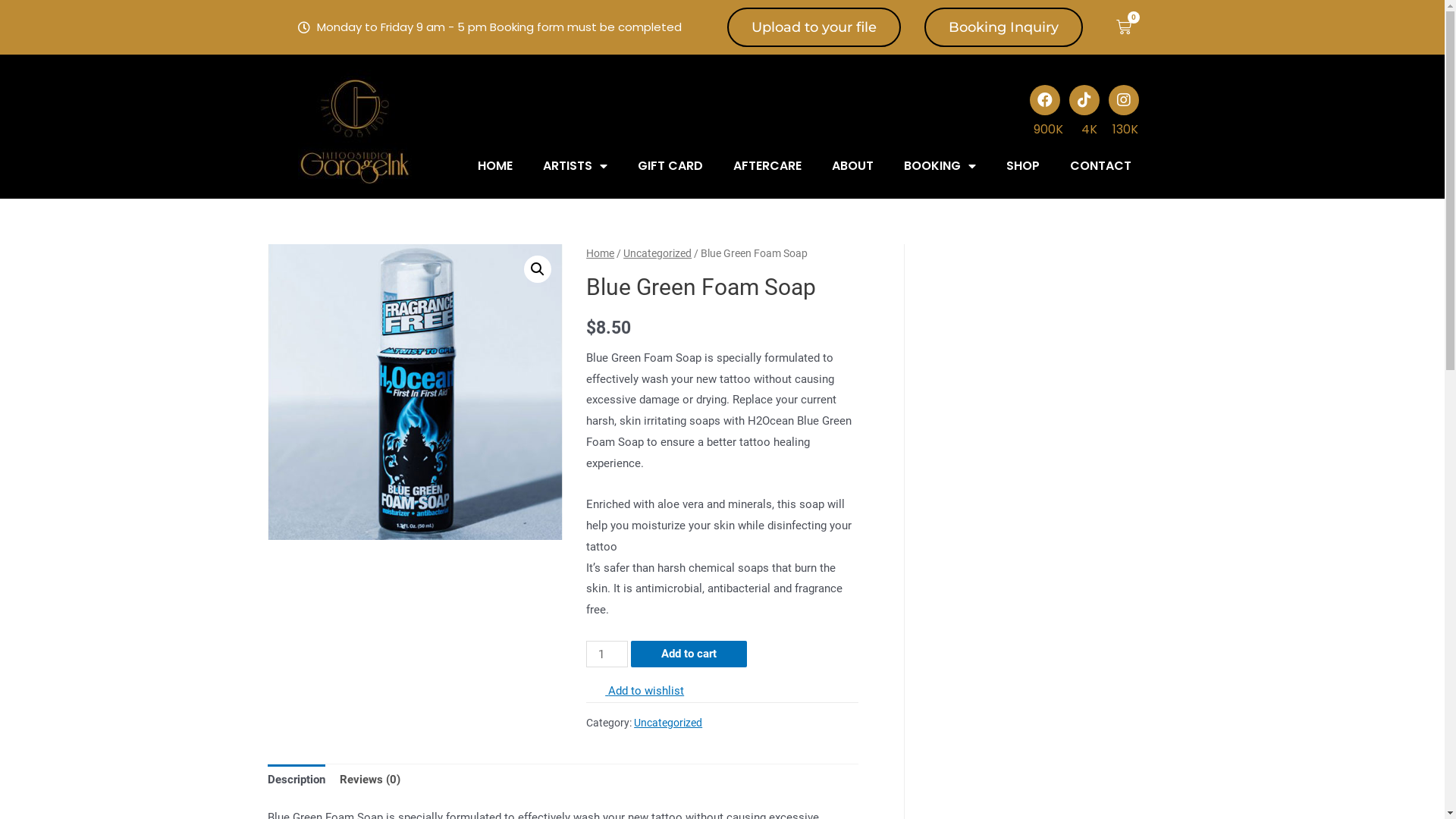 The height and width of the screenshot is (819, 1456). I want to click on 'Home', so click(599, 253).